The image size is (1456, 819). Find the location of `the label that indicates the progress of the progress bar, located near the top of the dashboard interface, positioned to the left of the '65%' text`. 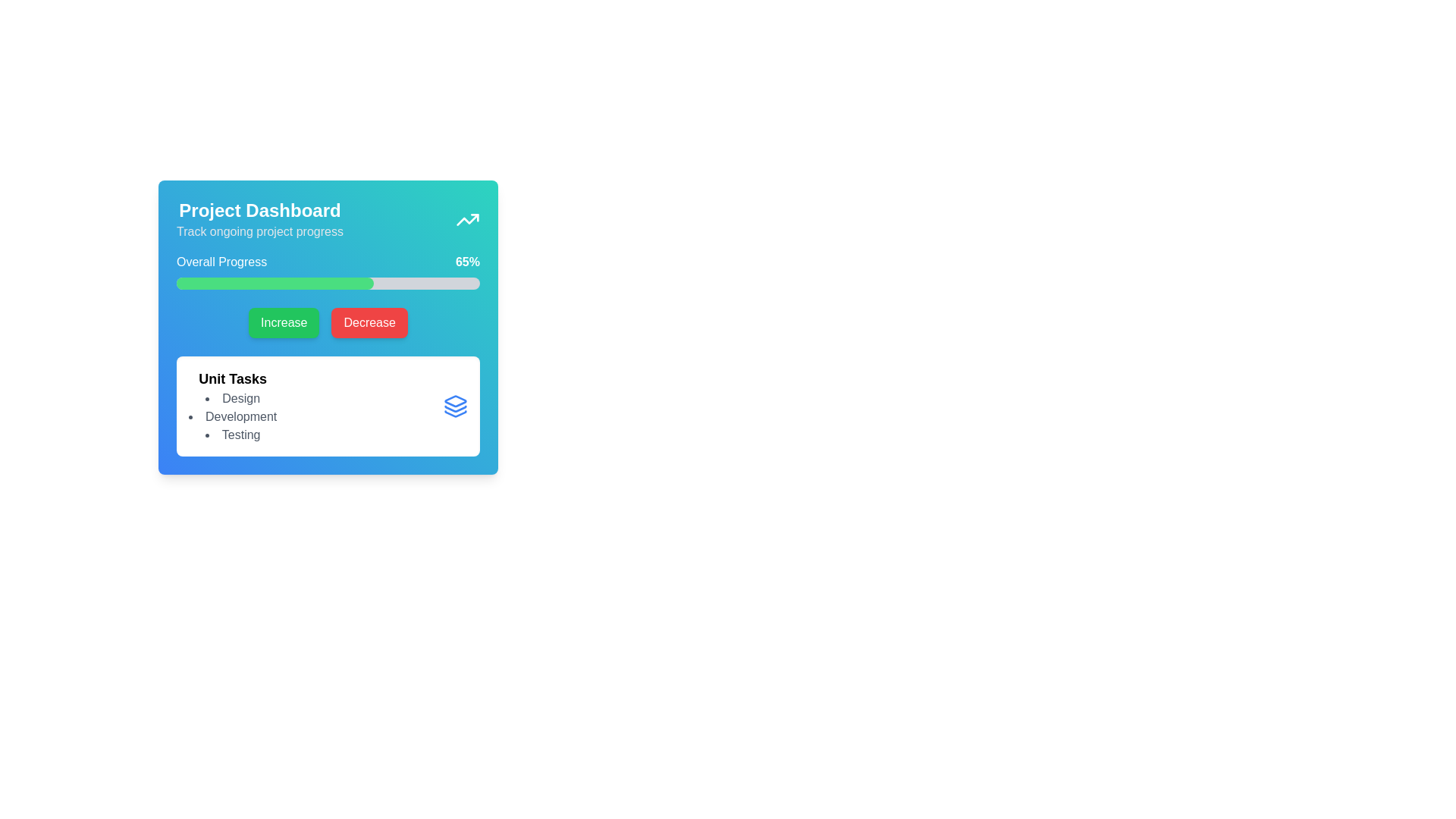

the label that indicates the progress of the progress bar, located near the top of the dashboard interface, positioned to the left of the '65%' text is located at coordinates (221, 262).